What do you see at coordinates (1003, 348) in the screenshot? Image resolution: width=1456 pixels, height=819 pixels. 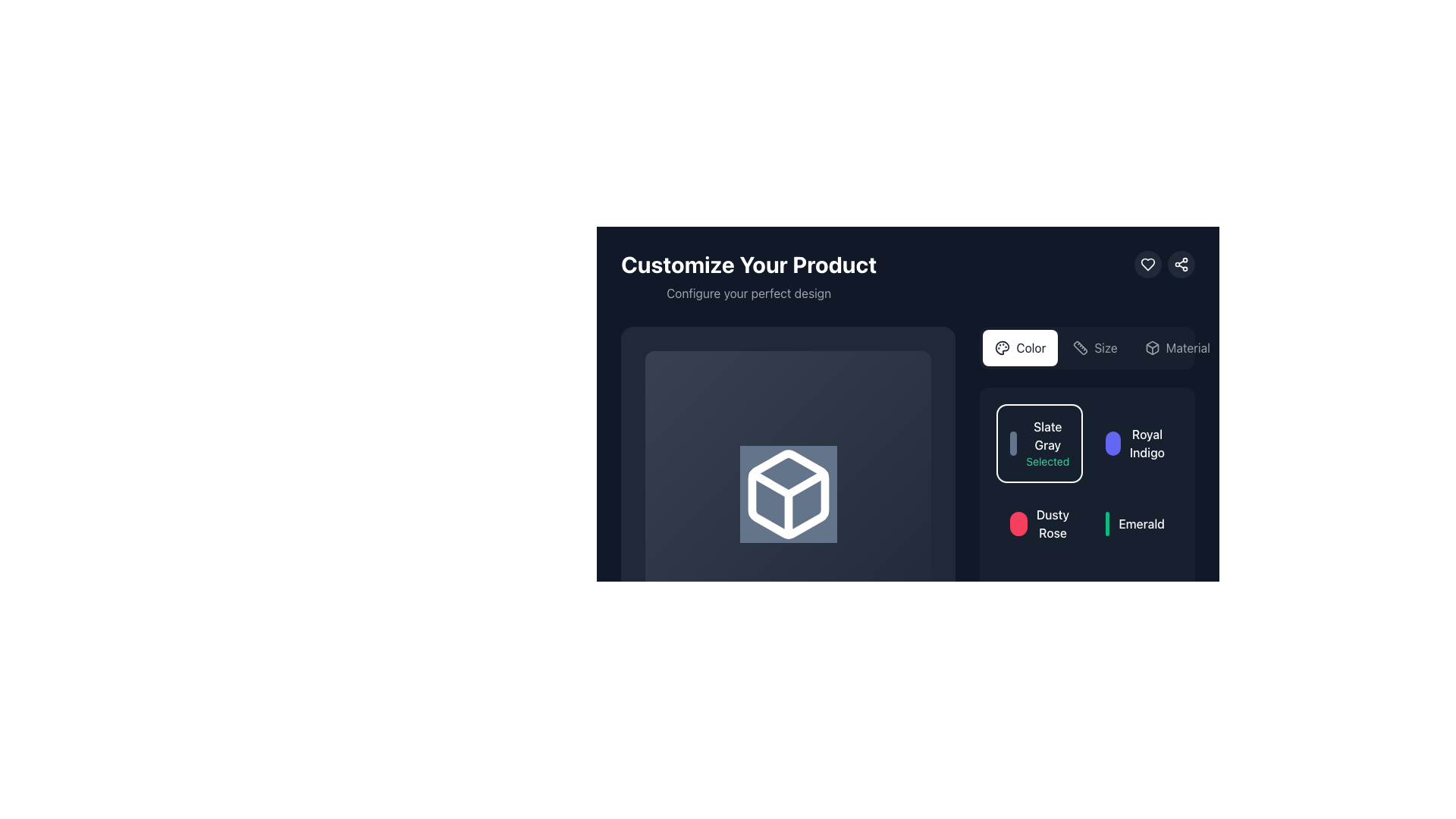 I see `the 'Color' selection icon, which is part of the button labeled 'Color' located at the top-right section of the interface` at bounding box center [1003, 348].